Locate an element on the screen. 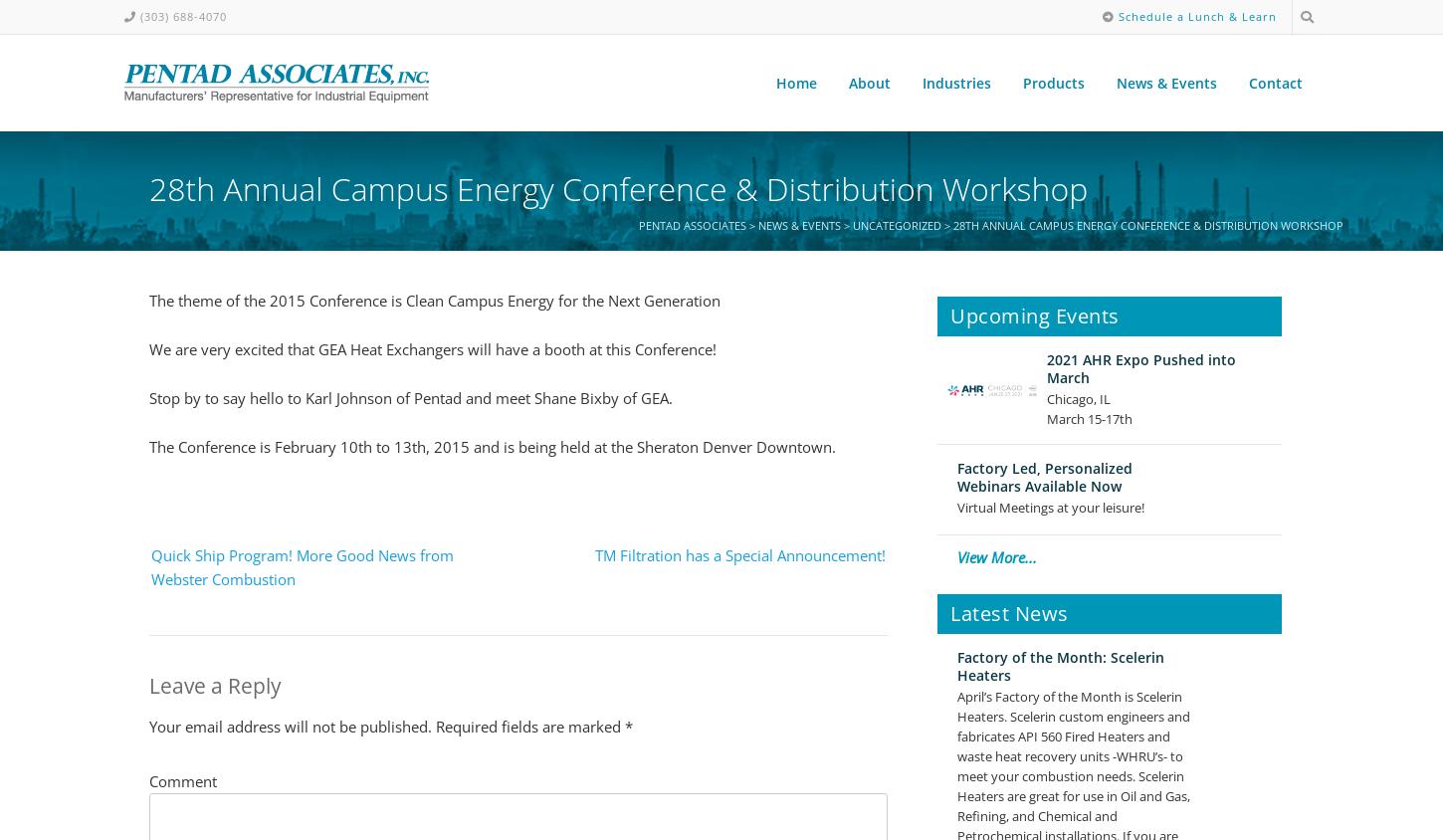 The width and height of the screenshot is (1443, 840). 'View More...' is located at coordinates (996, 556).